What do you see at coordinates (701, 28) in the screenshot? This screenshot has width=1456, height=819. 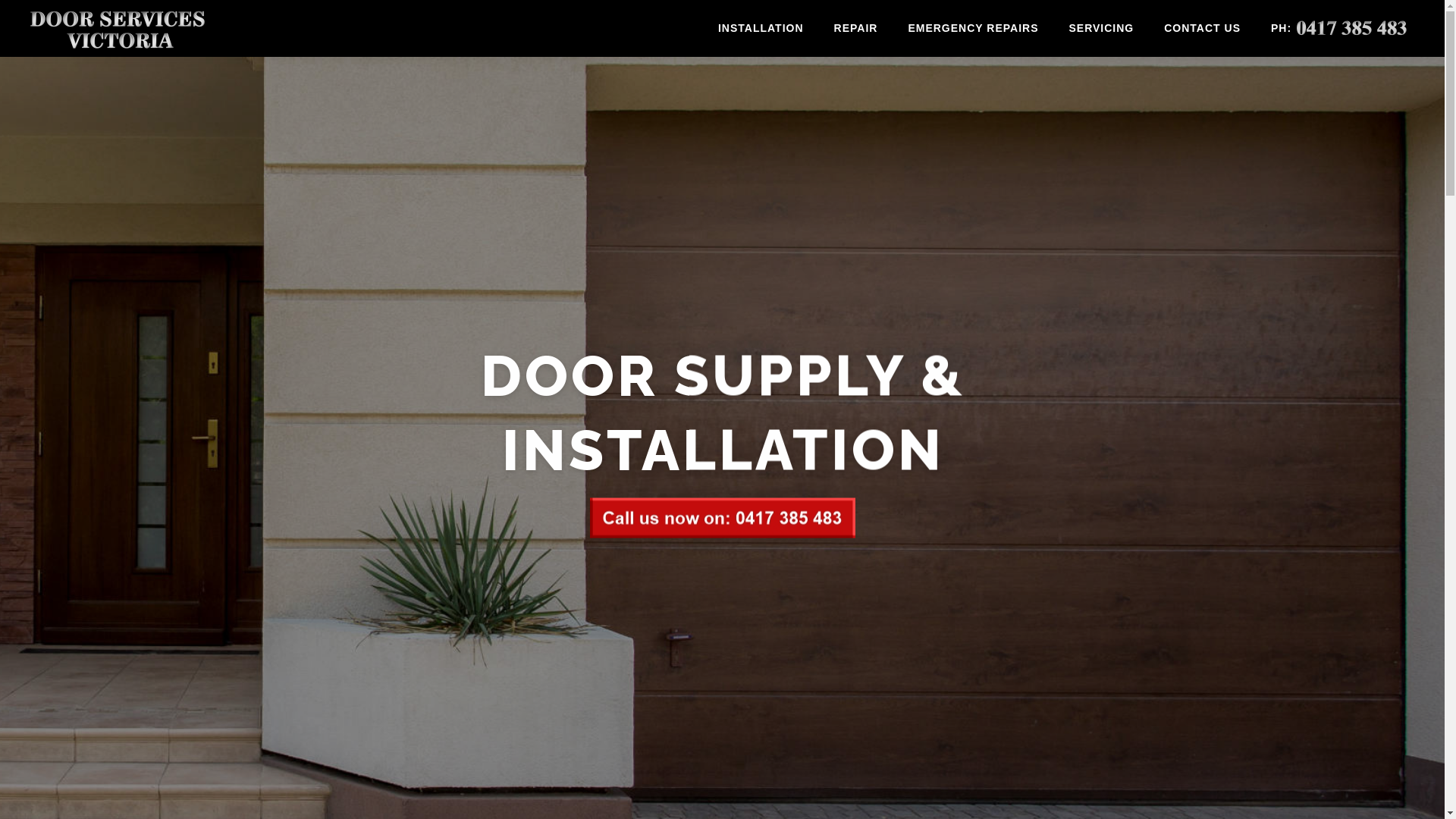 I see `'INSTALLATION'` at bounding box center [701, 28].